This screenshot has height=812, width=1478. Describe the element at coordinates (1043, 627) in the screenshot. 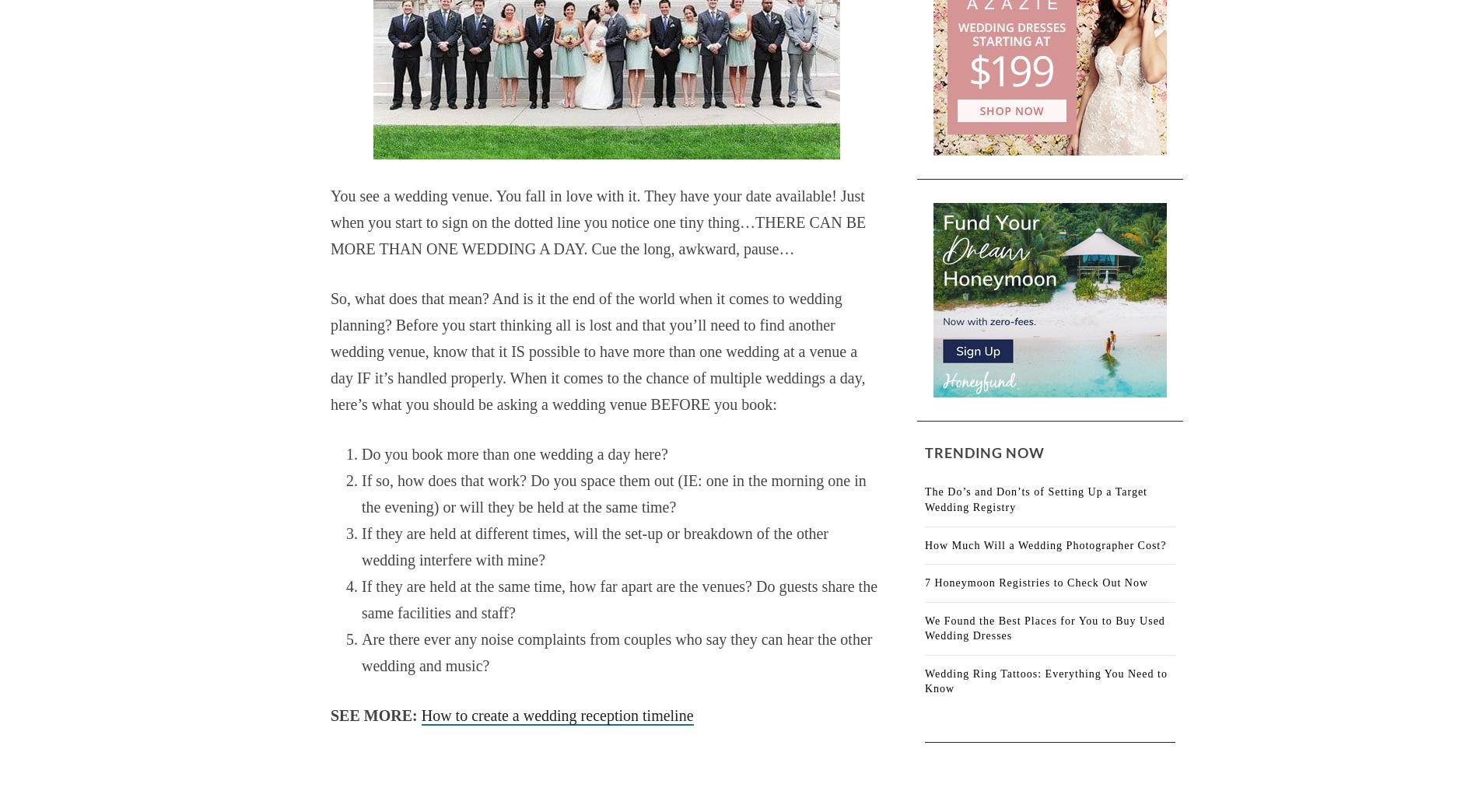

I see `'We Found the Best Places for You to Buy Used Wedding Dresses'` at that location.